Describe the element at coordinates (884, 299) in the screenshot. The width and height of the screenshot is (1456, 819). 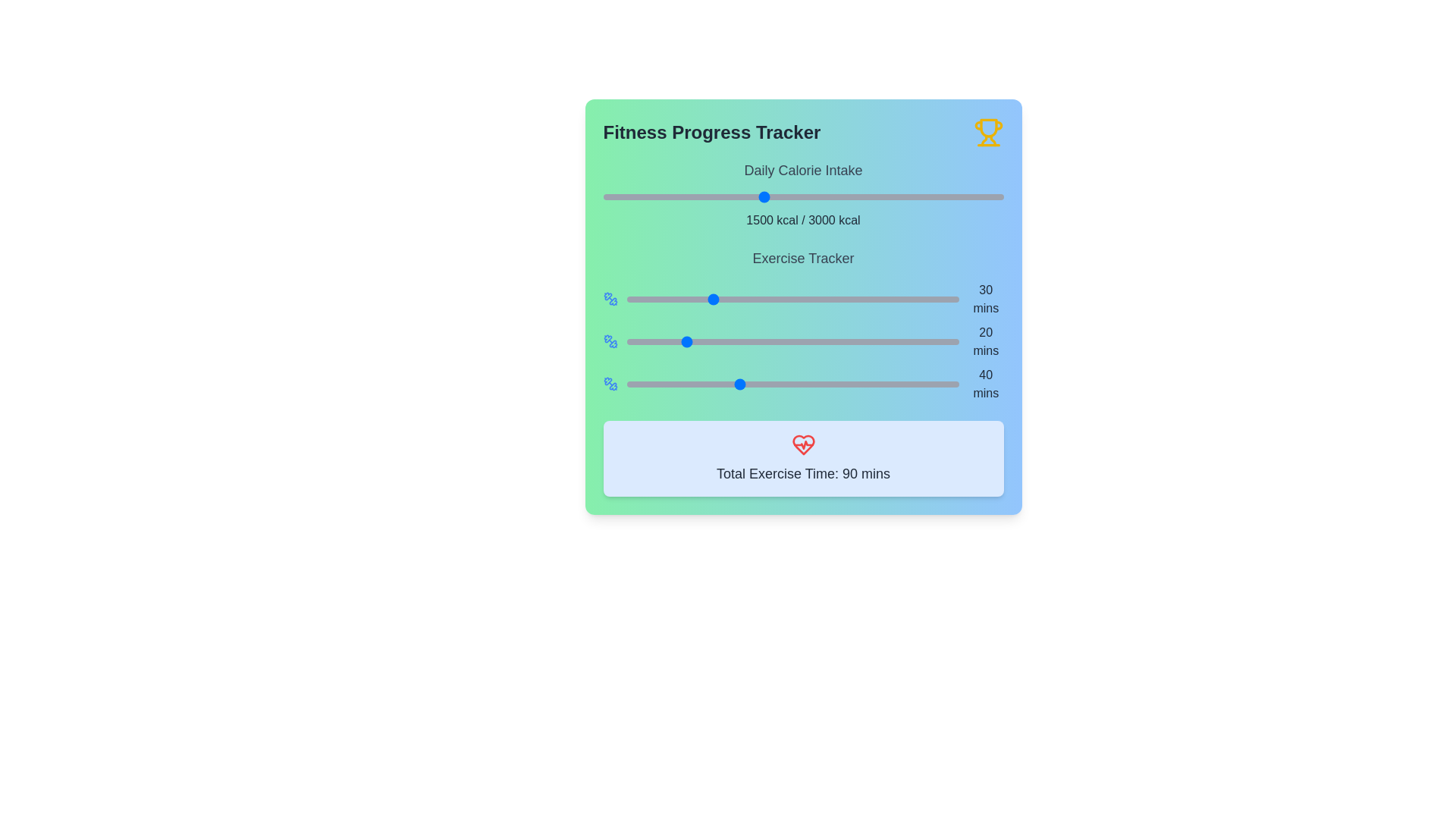
I see `the exercise time` at that location.